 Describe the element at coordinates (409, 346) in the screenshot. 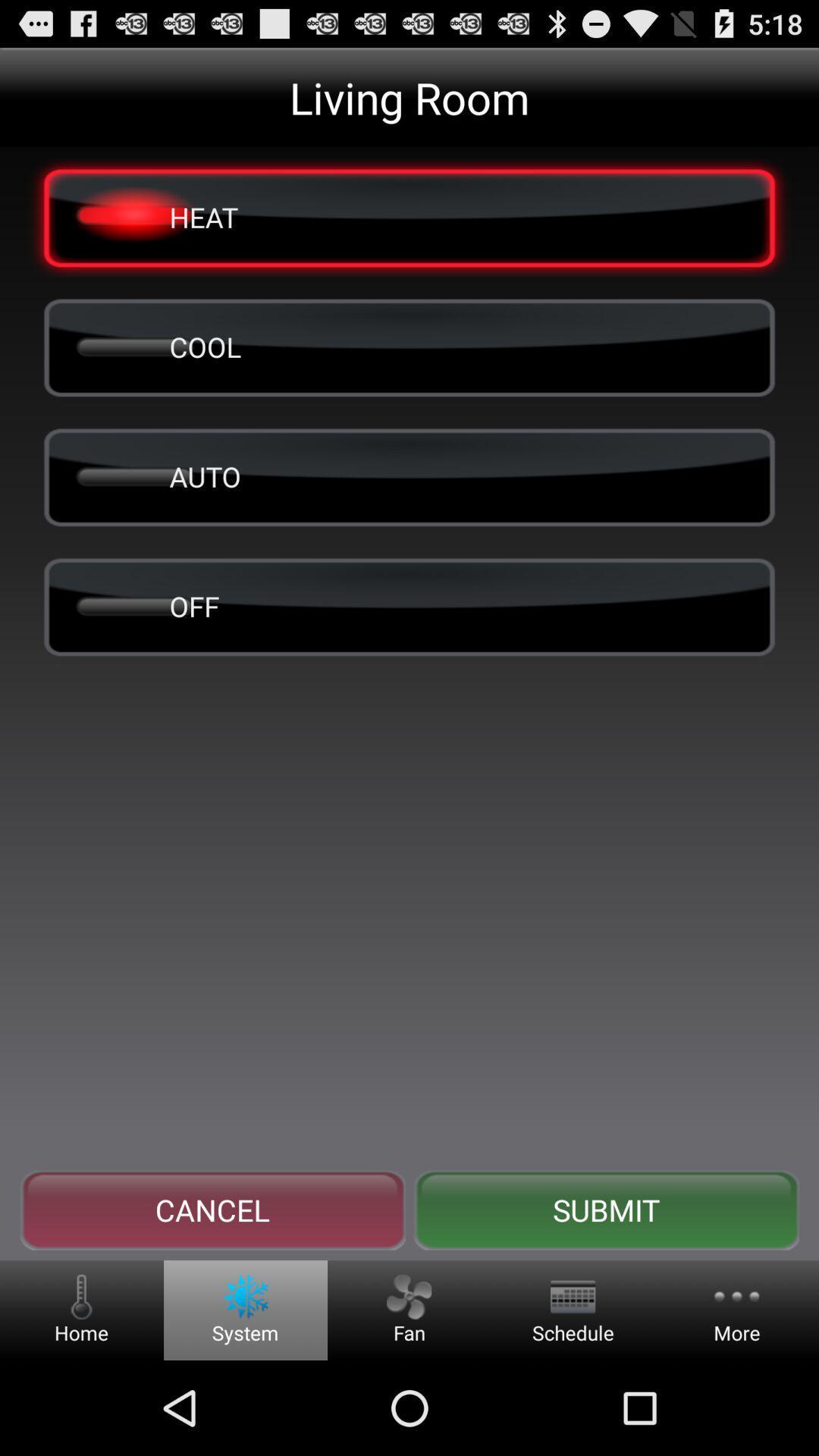

I see `item above auto button` at that location.